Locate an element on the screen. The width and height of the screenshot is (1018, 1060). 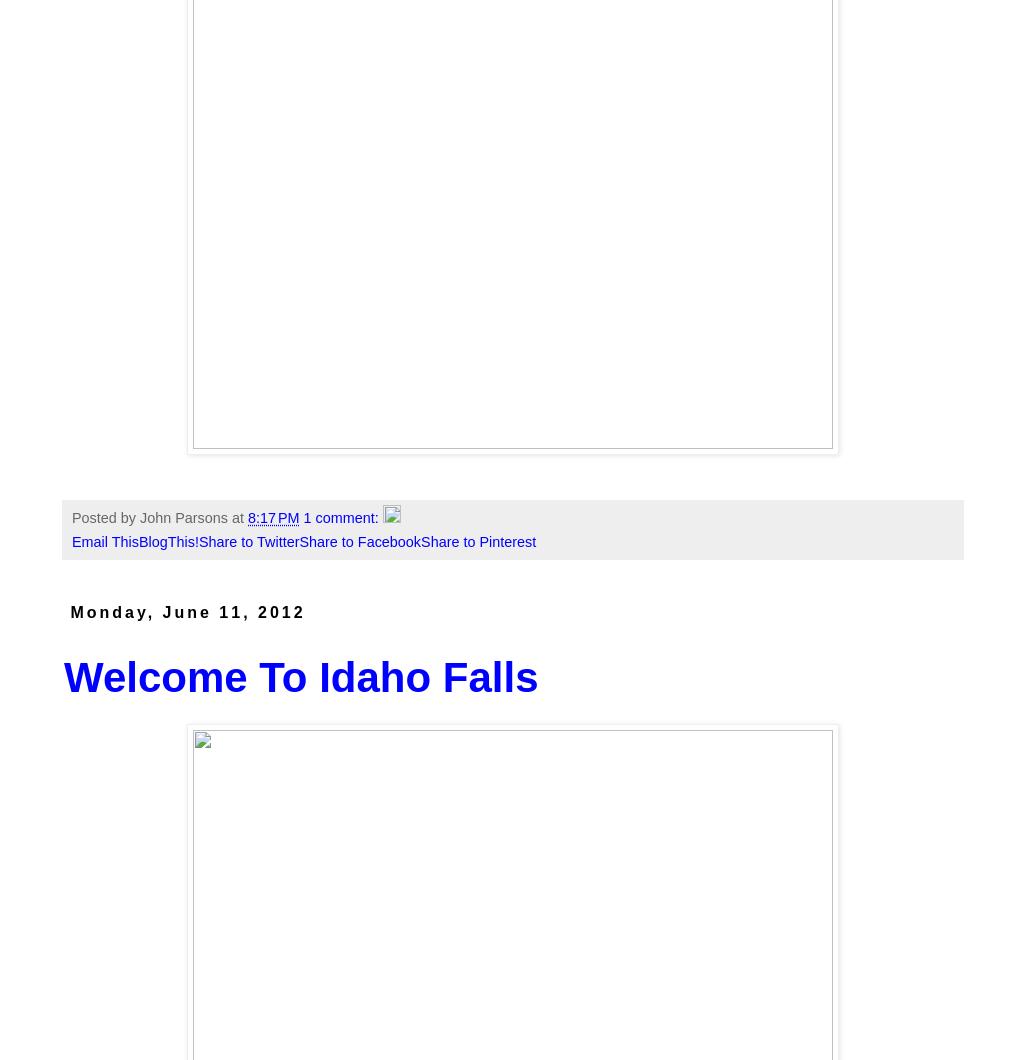
'Share to Twitter' is located at coordinates (247, 541).